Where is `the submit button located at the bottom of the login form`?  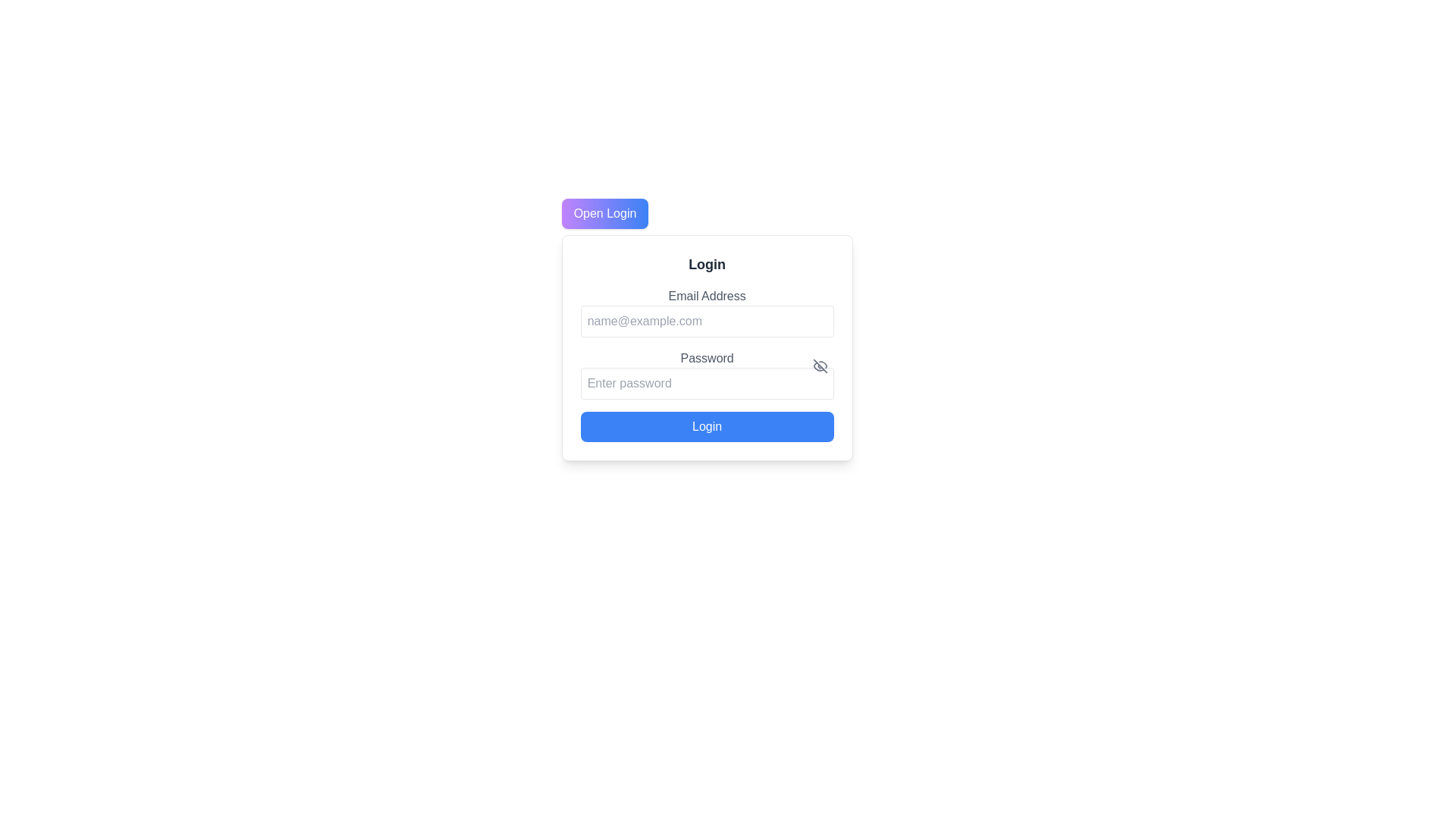
the submit button located at the bottom of the login form is located at coordinates (706, 427).